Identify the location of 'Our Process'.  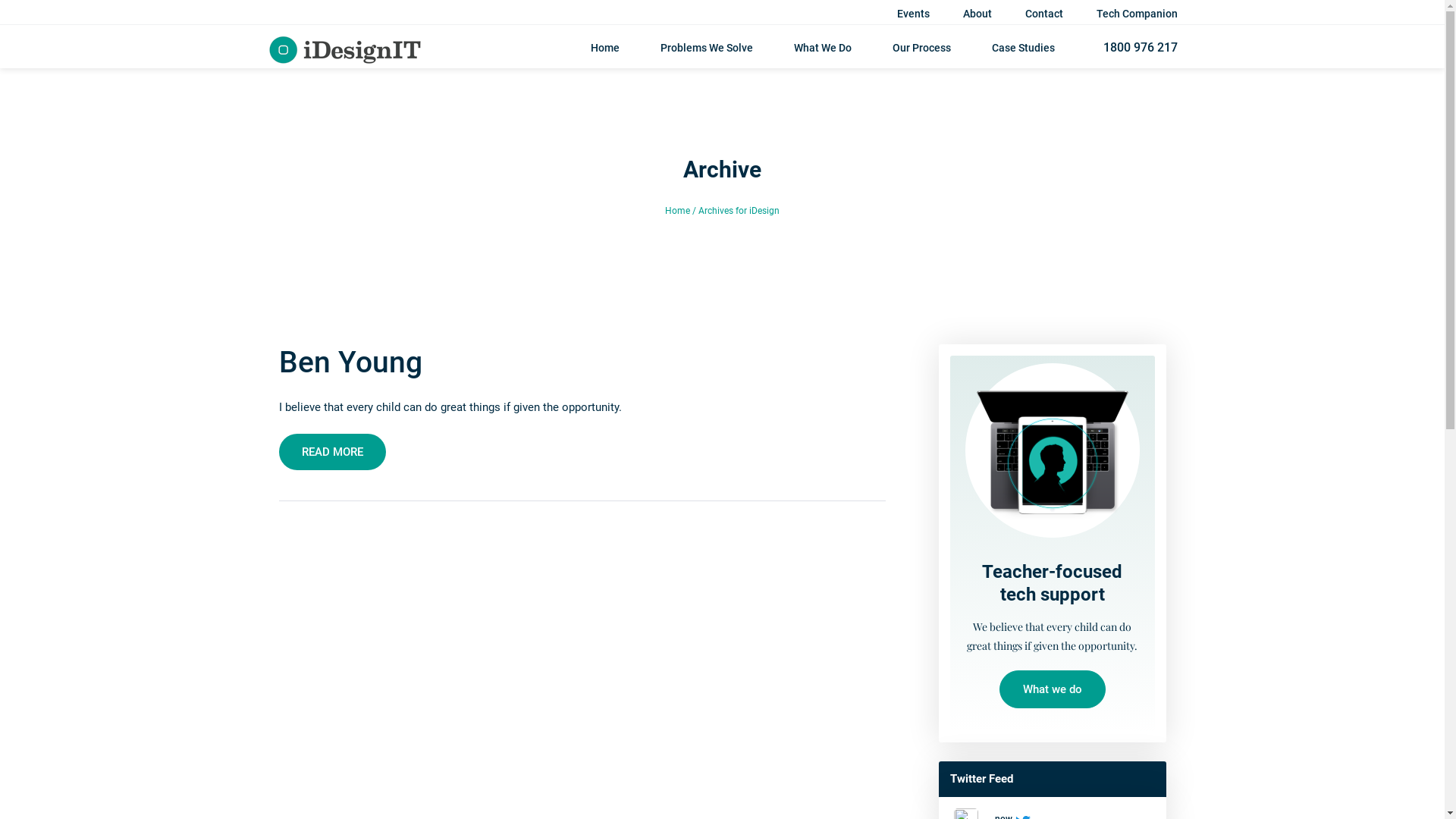
(920, 52).